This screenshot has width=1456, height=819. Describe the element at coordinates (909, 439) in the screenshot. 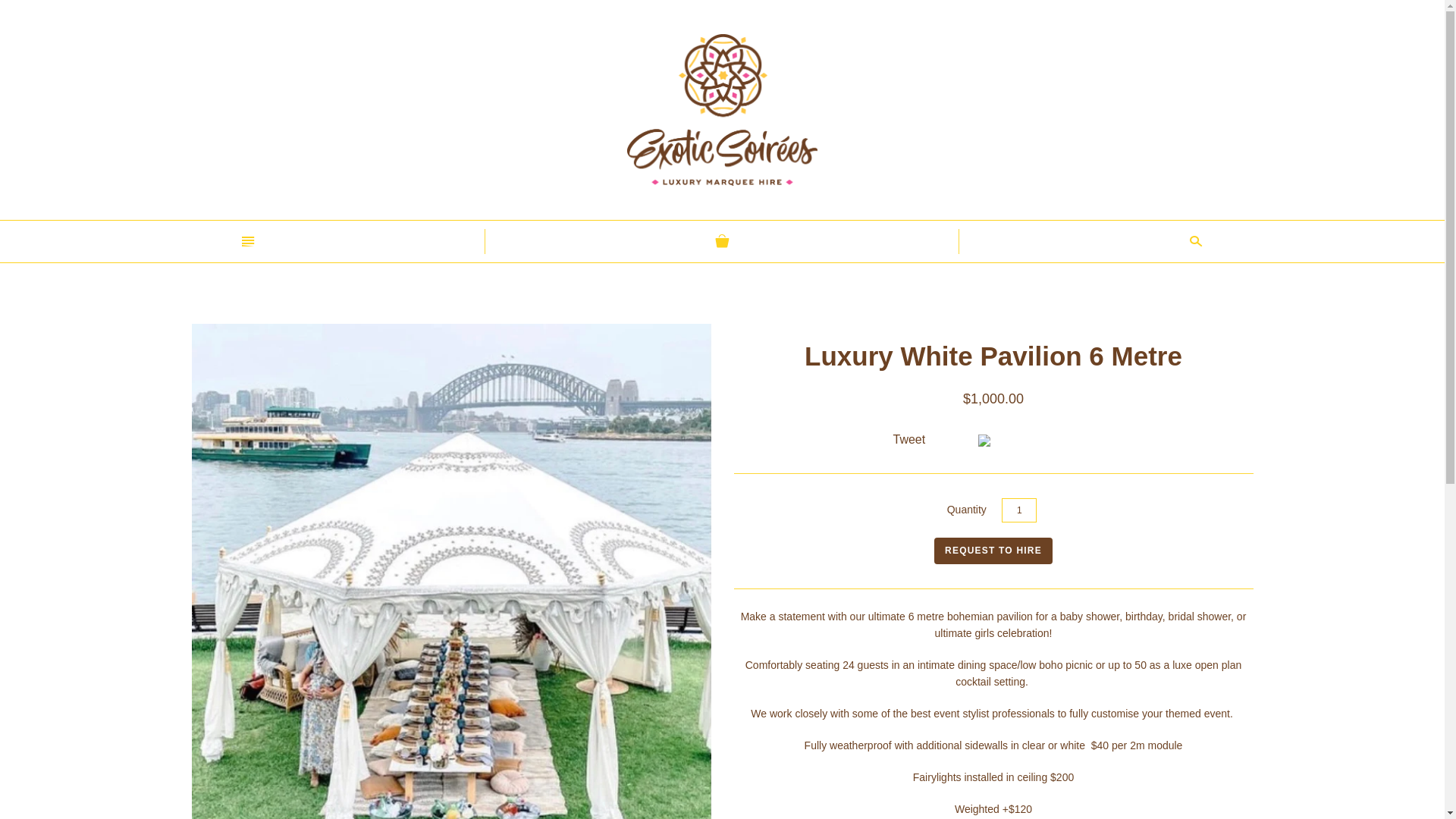

I see `'Tweet'` at that location.